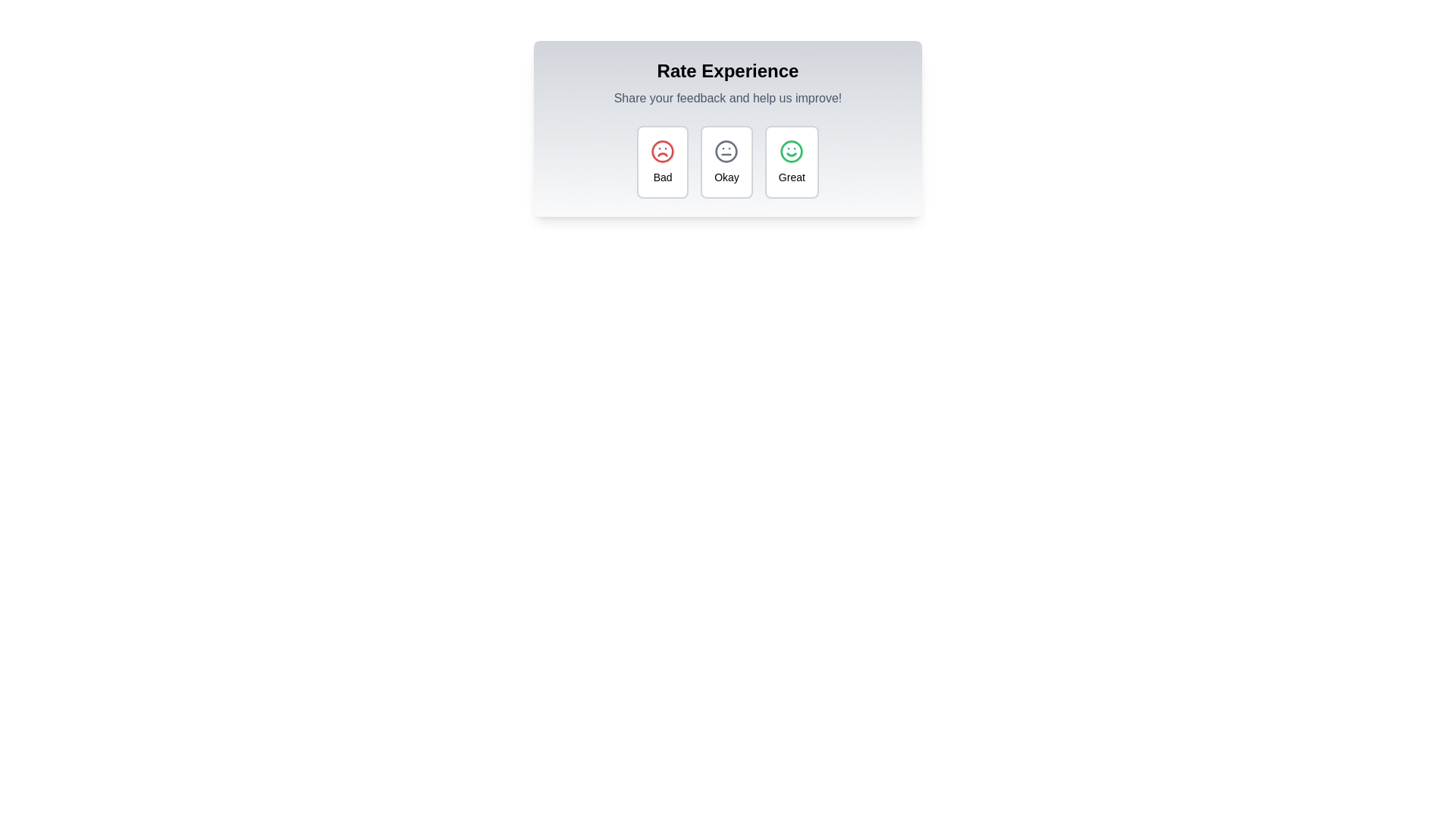 The width and height of the screenshot is (1456, 819). Describe the element at coordinates (726, 162) in the screenshot. I see `the 'Okay' button, which features a neutral face icon and is located in the middle of three rating buttons under the 'Rate Experience' header` at that location.